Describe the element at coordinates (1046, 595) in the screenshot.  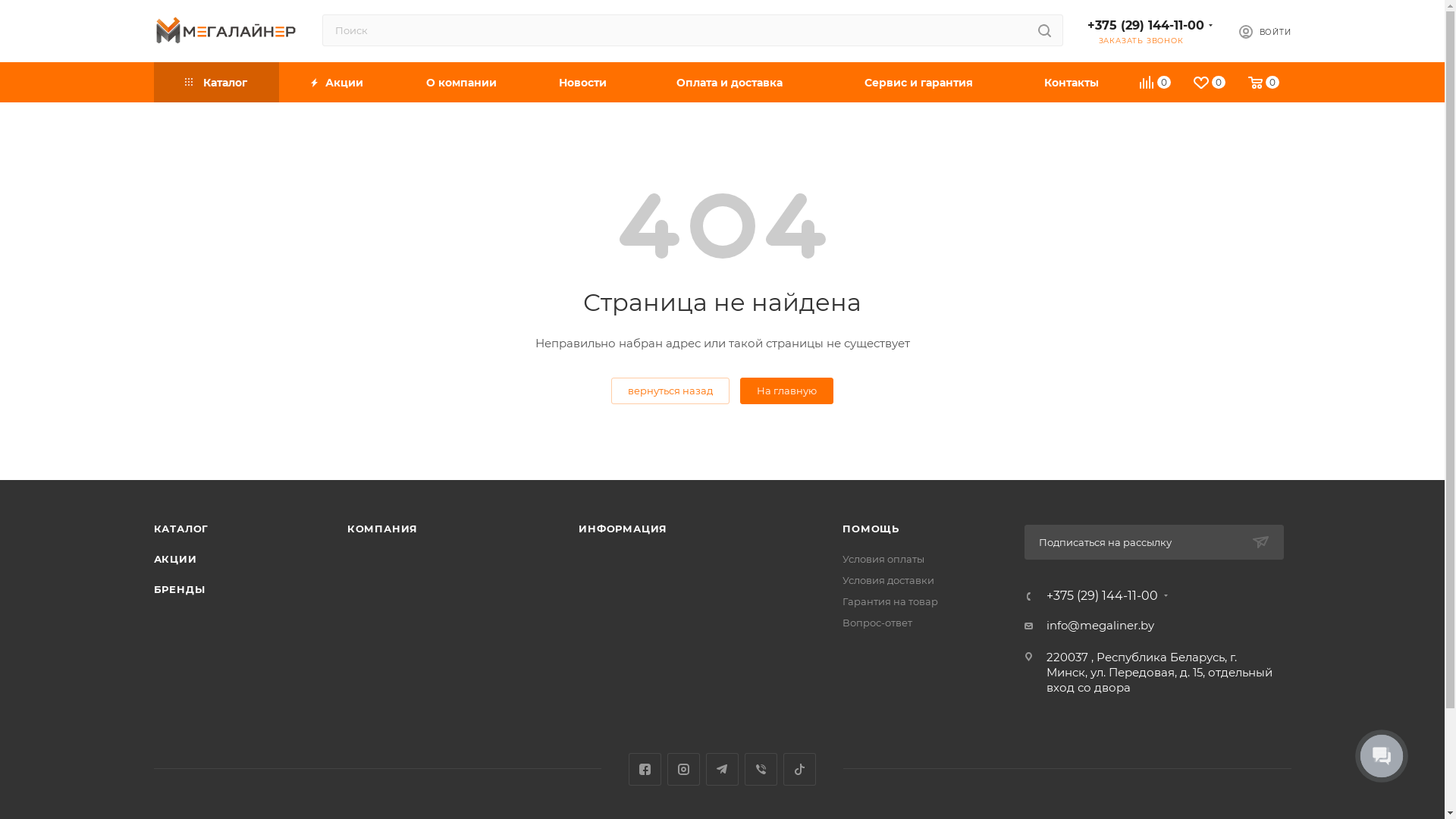
I see `'+375 (29) 144-11-00'` at that location.